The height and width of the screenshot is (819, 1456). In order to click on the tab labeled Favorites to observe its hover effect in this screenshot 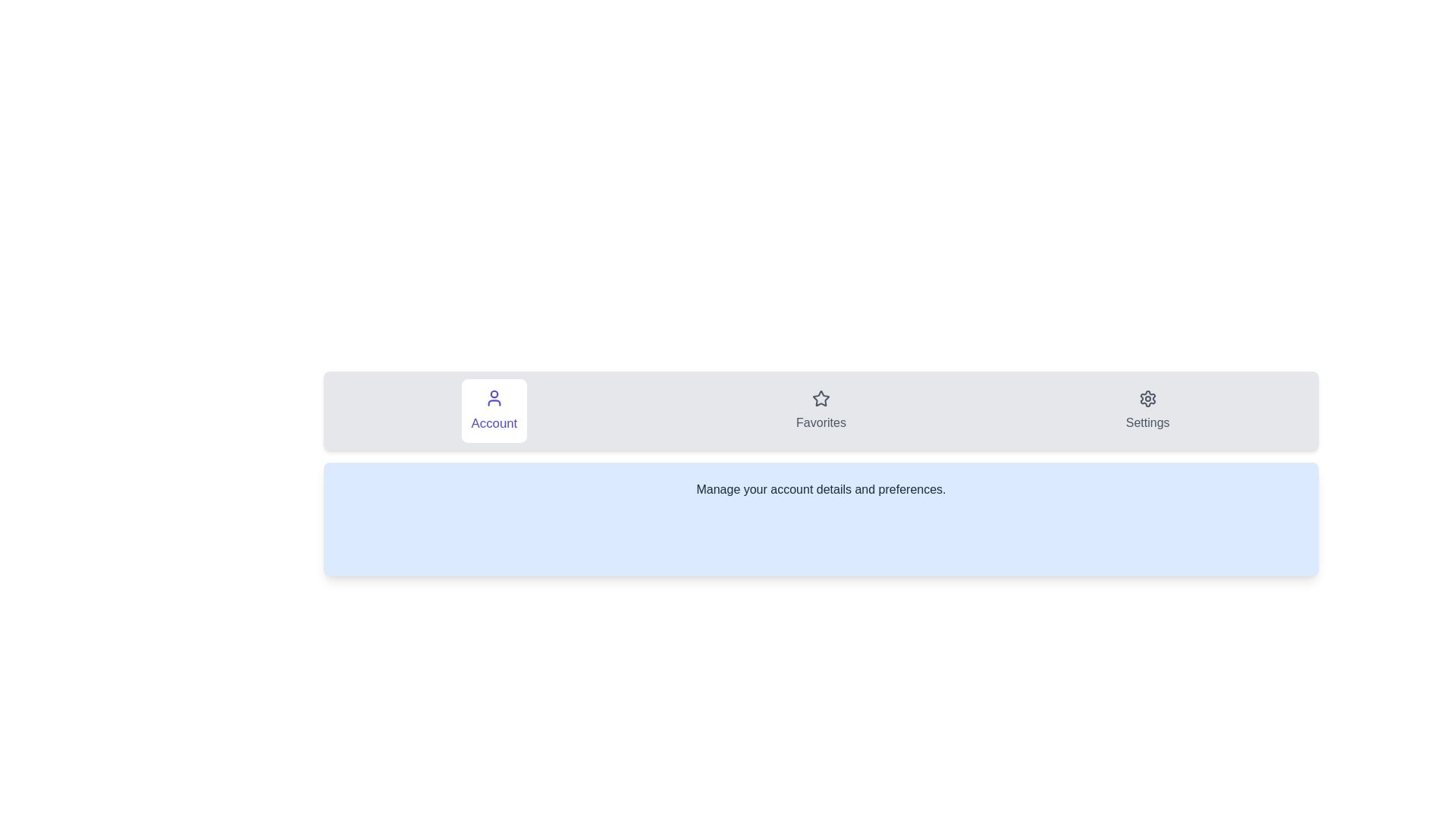, I will do `click(821, 411)`.